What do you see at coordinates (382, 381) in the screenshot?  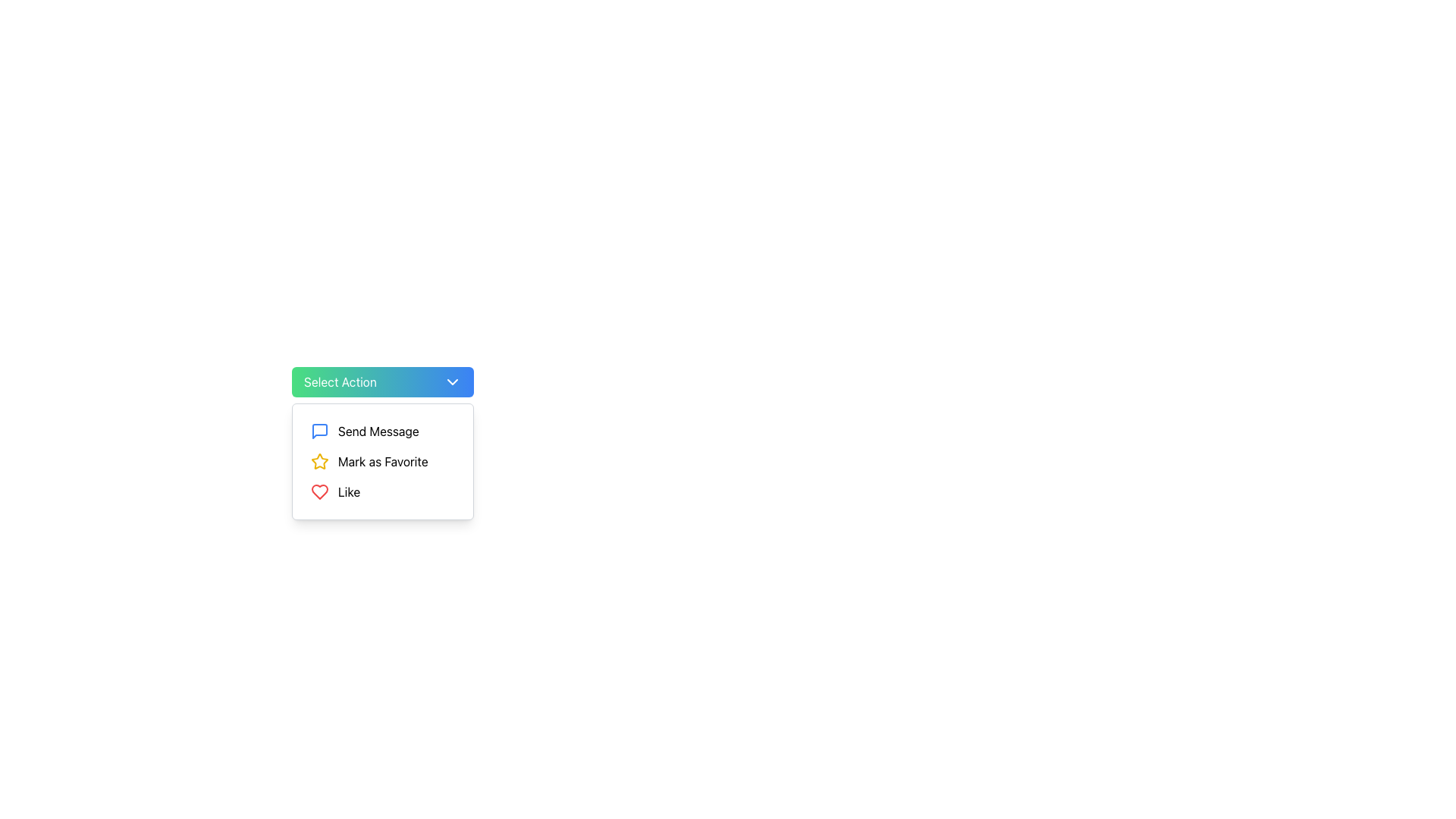 I see `the dropdown button located at the top of the dropdown menu` at bounding box center [382, 381].